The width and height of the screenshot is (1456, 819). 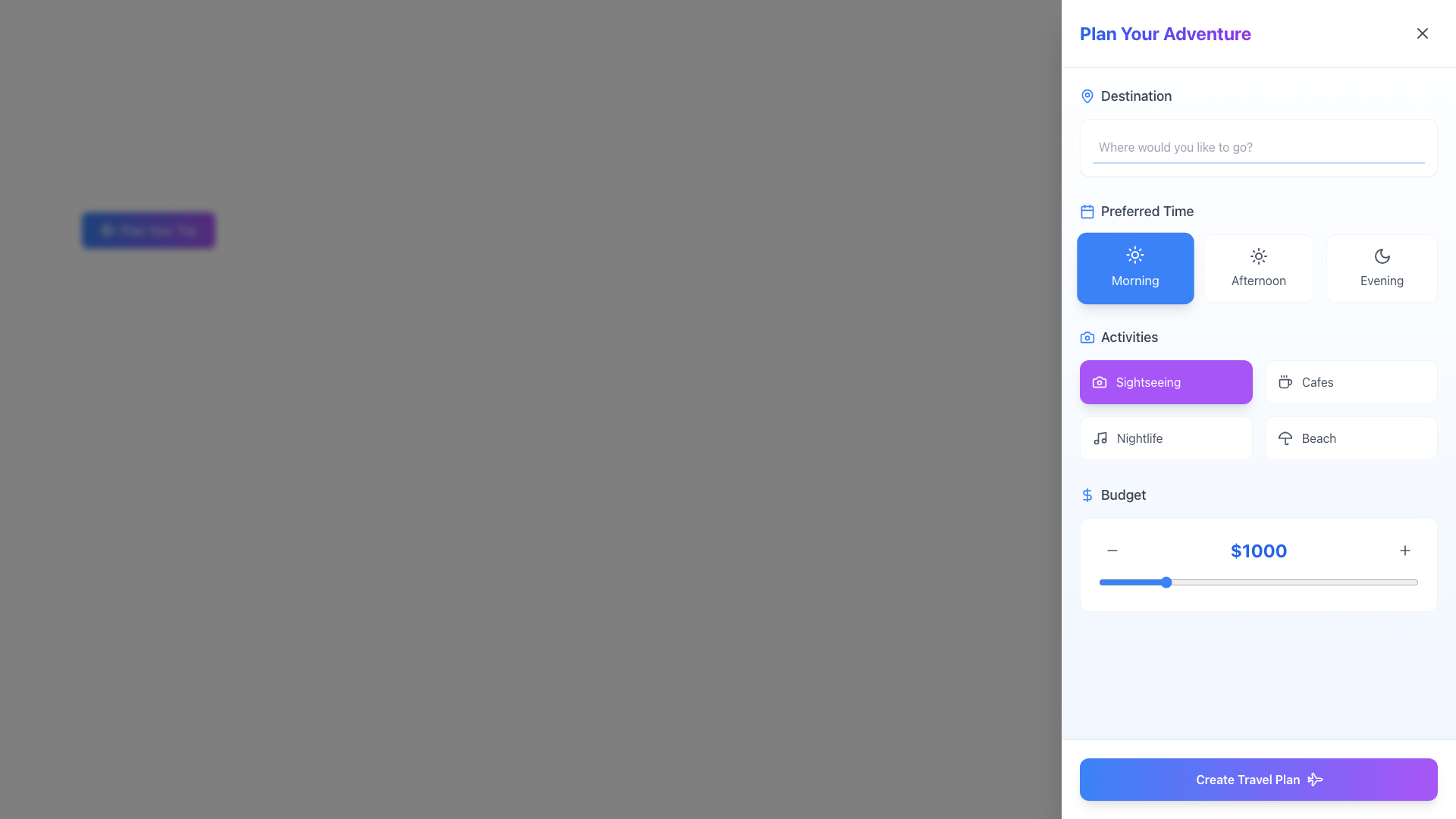 What do you see at coordinates (1129, 336) in the screenshot?
I see `the label that describes the group of activity selection buttons in the 'Preferred Time' section, positioned to the right of a camera icon and above activity categories like 'Sightseeing' and 'Cafes'` at bounding box center [1129, 336].